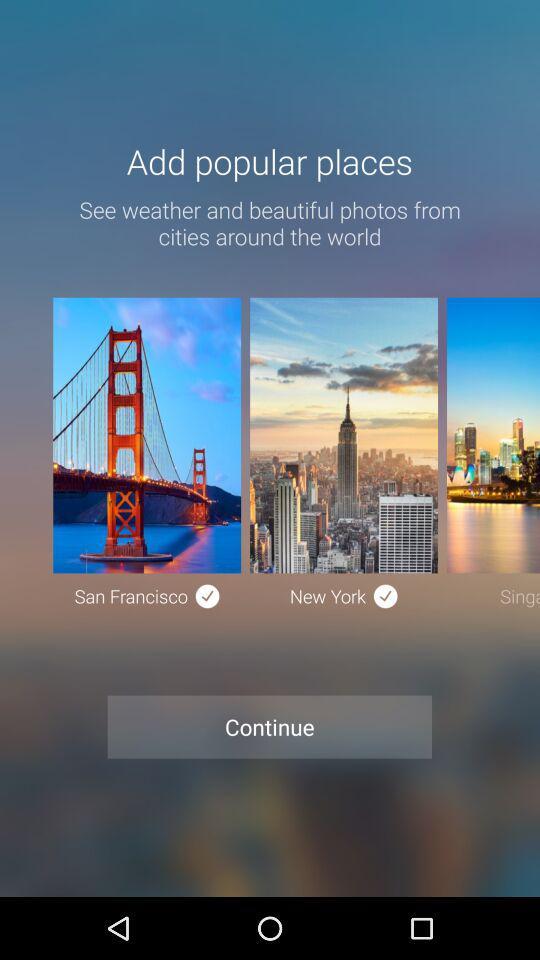 Image resolution: width=540 pixels, height=960 pixels. What do you see at coordinates (146, 435) in the screenshot?
I see `the image above san francisco` at bounding box center [146, 435].